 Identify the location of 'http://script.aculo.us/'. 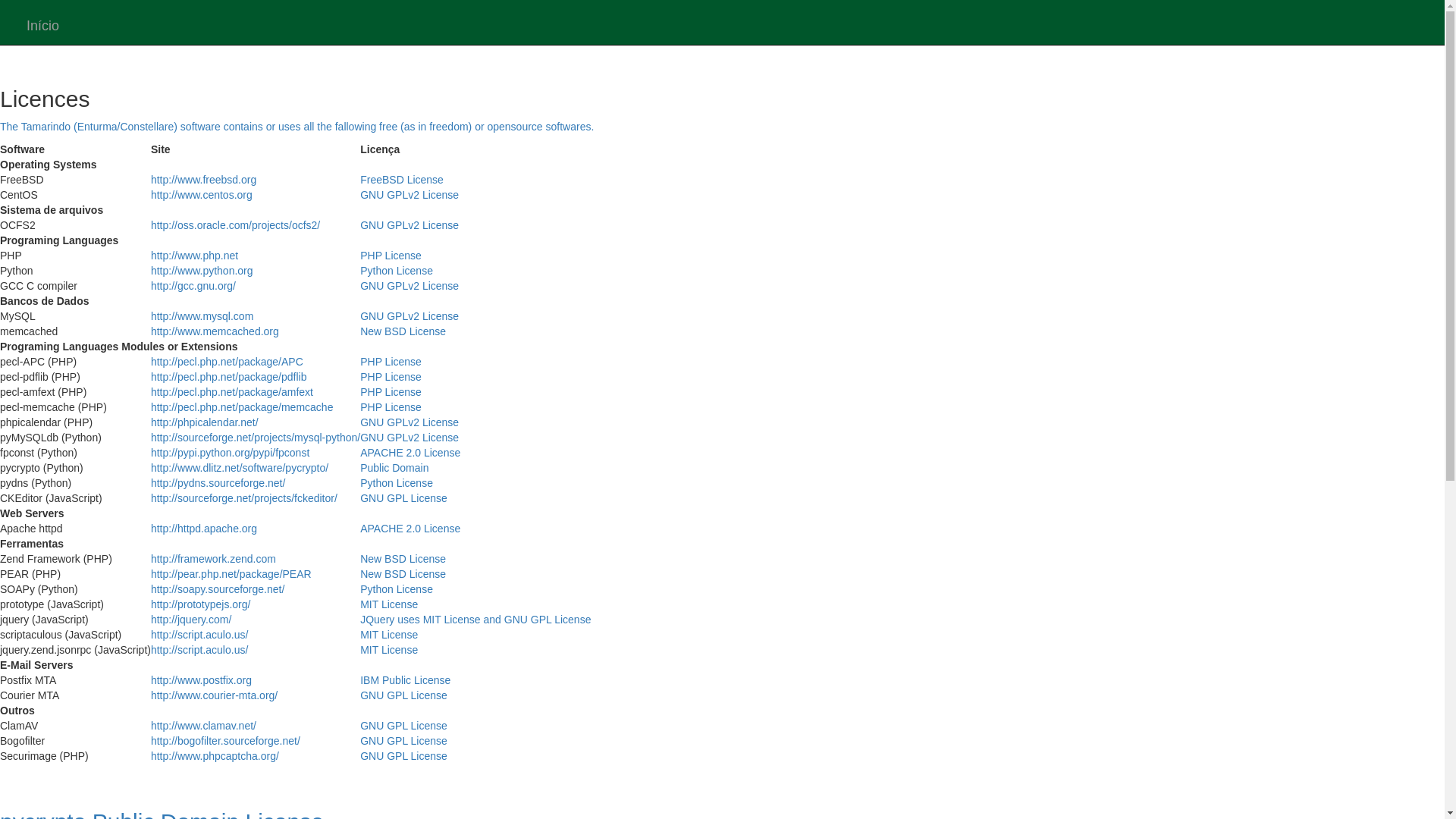
(150, 635).